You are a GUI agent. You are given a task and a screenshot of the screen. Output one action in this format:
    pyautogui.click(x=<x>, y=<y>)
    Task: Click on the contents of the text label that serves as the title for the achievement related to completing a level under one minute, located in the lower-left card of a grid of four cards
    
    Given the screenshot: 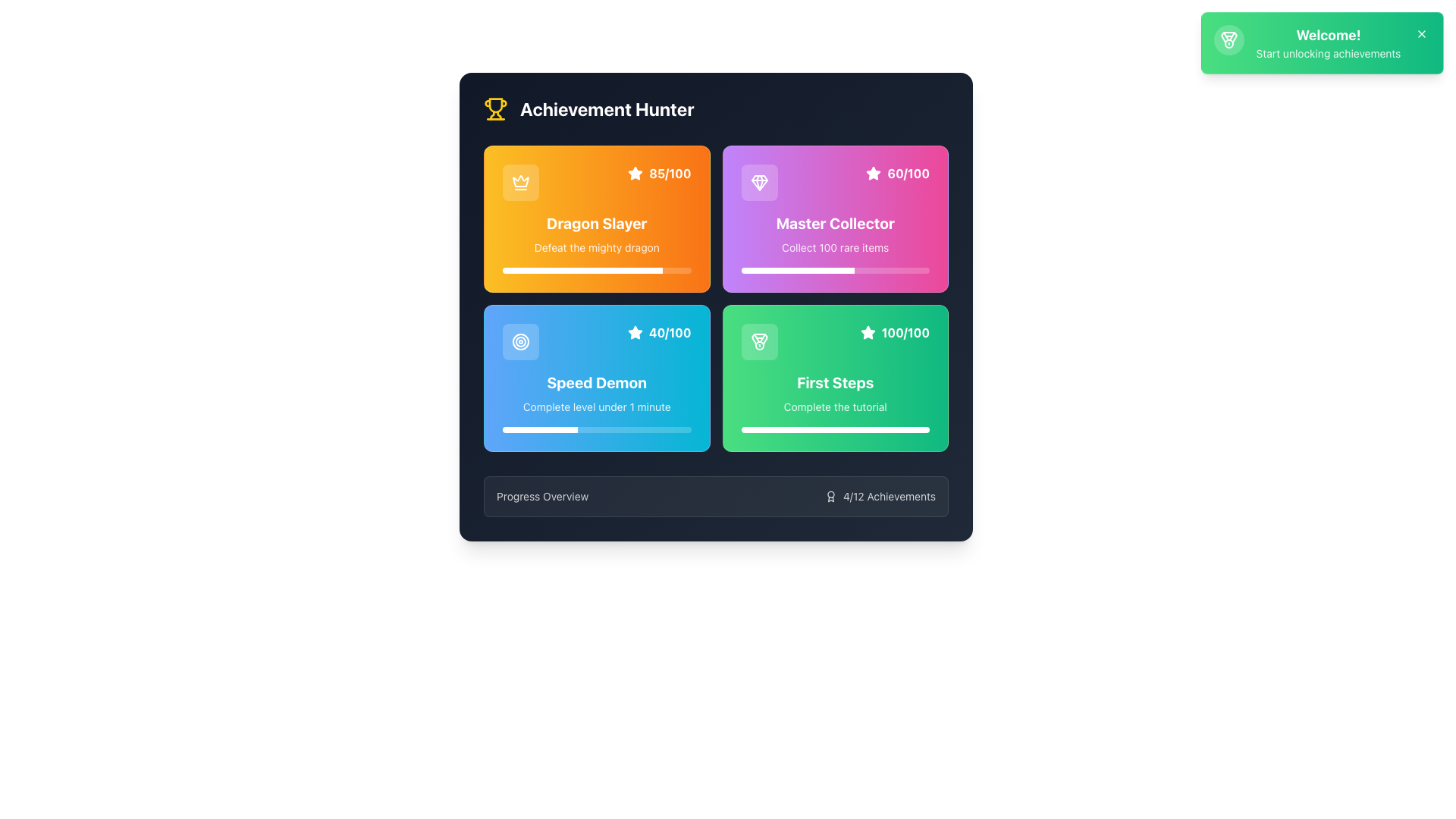 What is the action you would take?
    pyautogui.click(x=596, y=382)
    